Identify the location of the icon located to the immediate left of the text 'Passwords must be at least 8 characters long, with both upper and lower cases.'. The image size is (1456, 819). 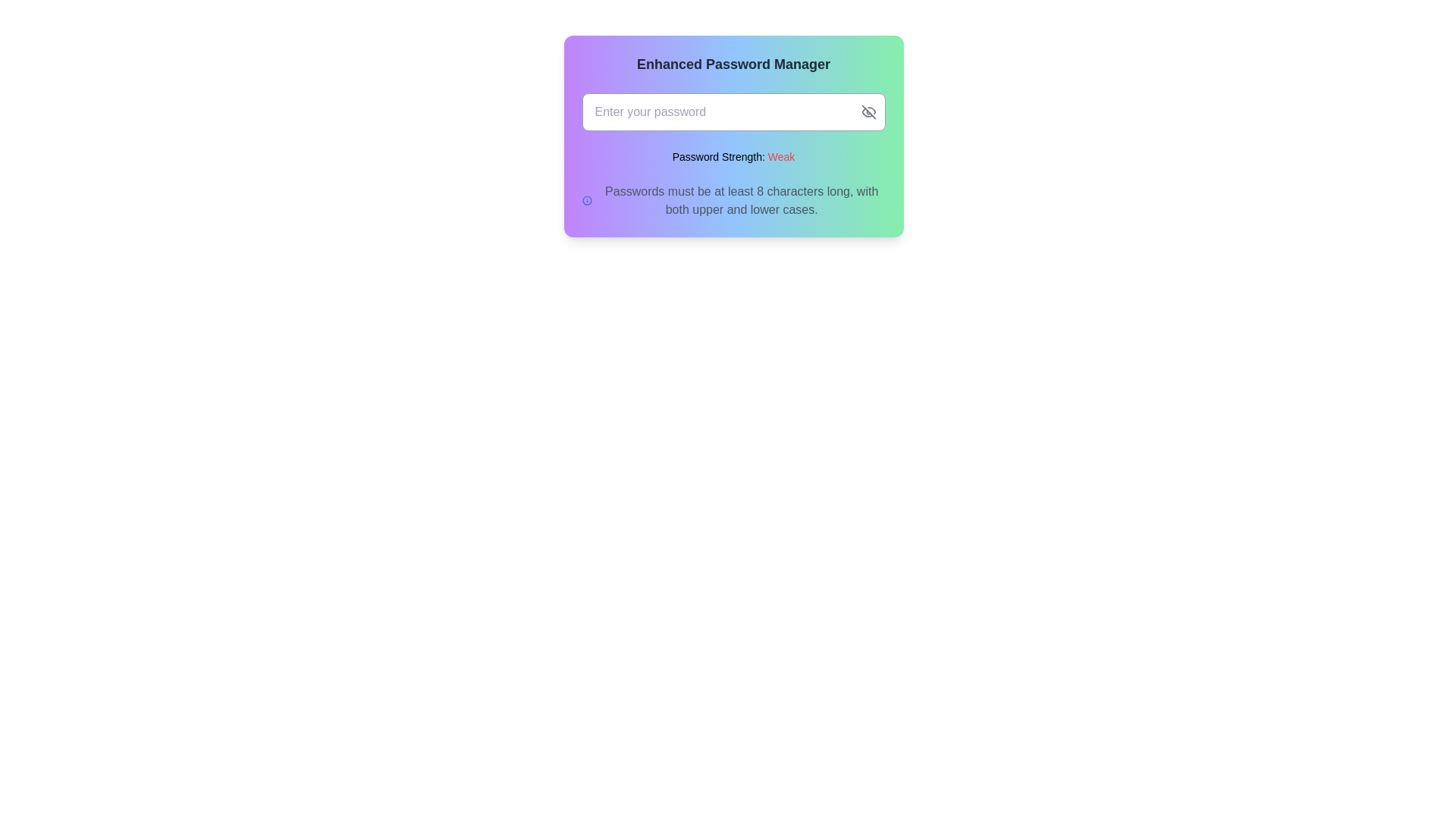
(586, 200).